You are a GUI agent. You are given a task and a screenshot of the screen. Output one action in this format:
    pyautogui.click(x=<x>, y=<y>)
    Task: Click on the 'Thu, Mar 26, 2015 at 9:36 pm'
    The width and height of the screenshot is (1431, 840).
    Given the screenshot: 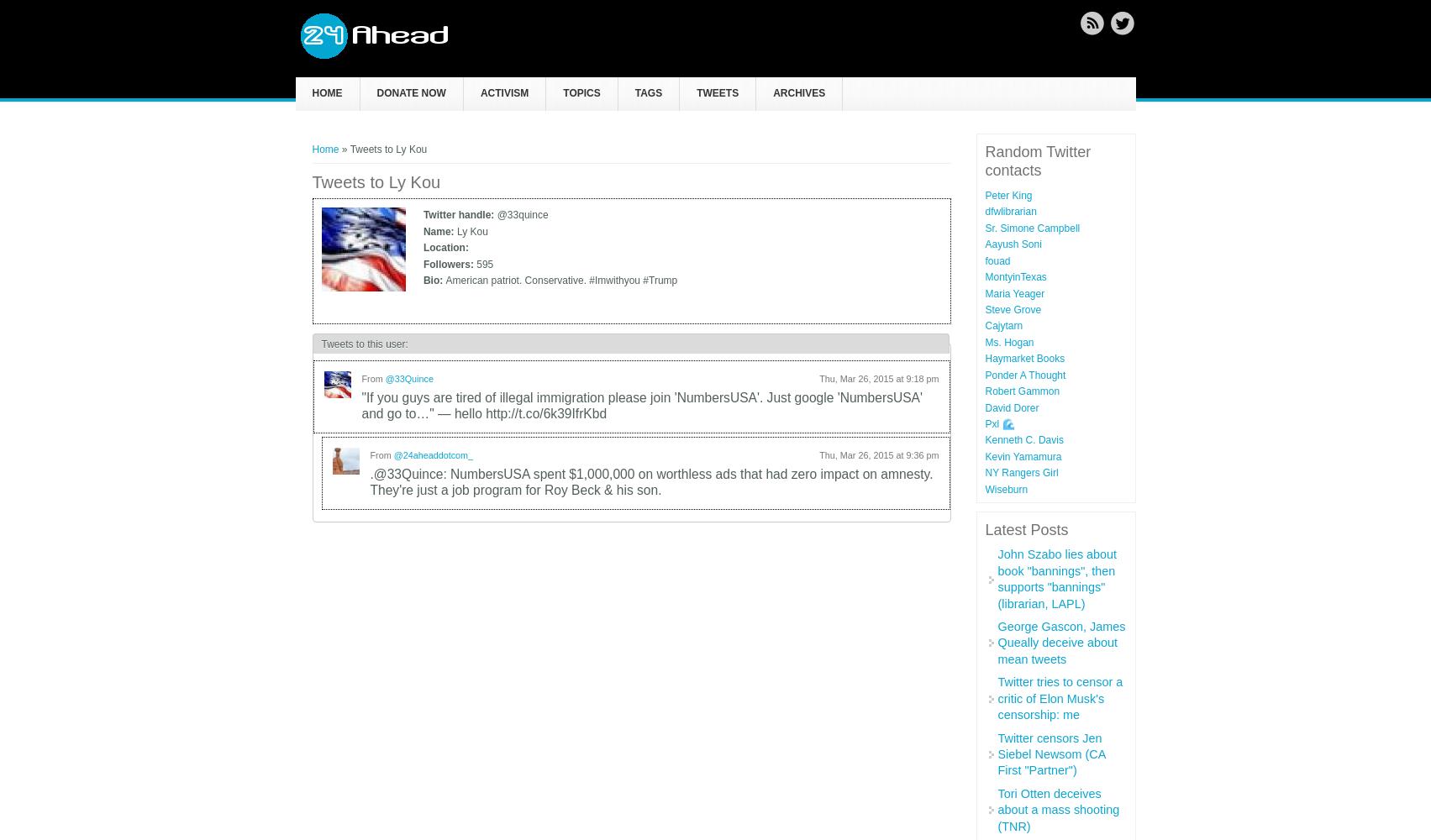 What is the action you would take?
    pyautogui.click(x=818, y=454)
    